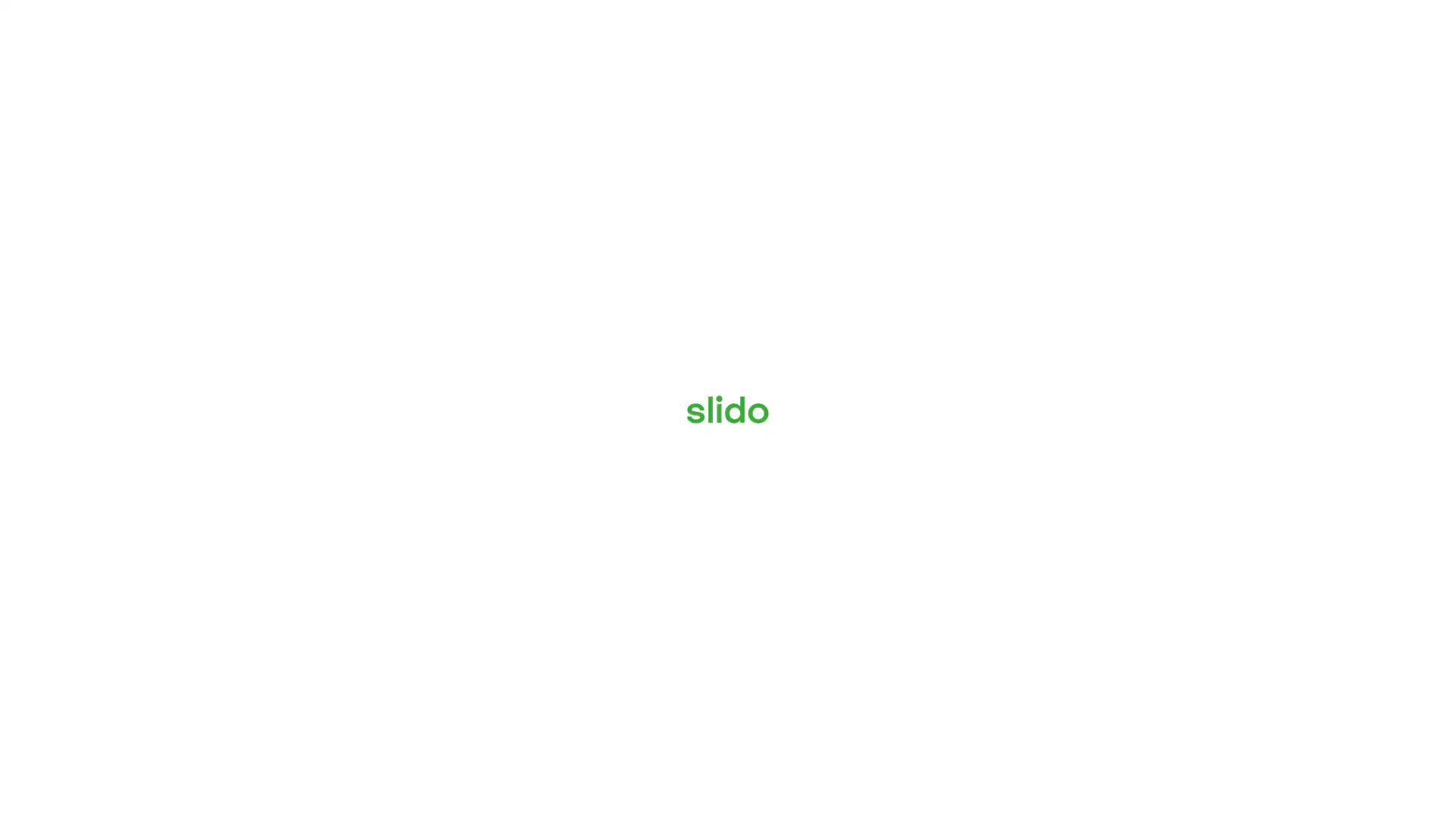 This screenshot has height=819, width=1456. What do you see at coordinates (1344, 675) in the screenshot?
I see `23 votes, Upvote question` at bounding box center [1344, 675].